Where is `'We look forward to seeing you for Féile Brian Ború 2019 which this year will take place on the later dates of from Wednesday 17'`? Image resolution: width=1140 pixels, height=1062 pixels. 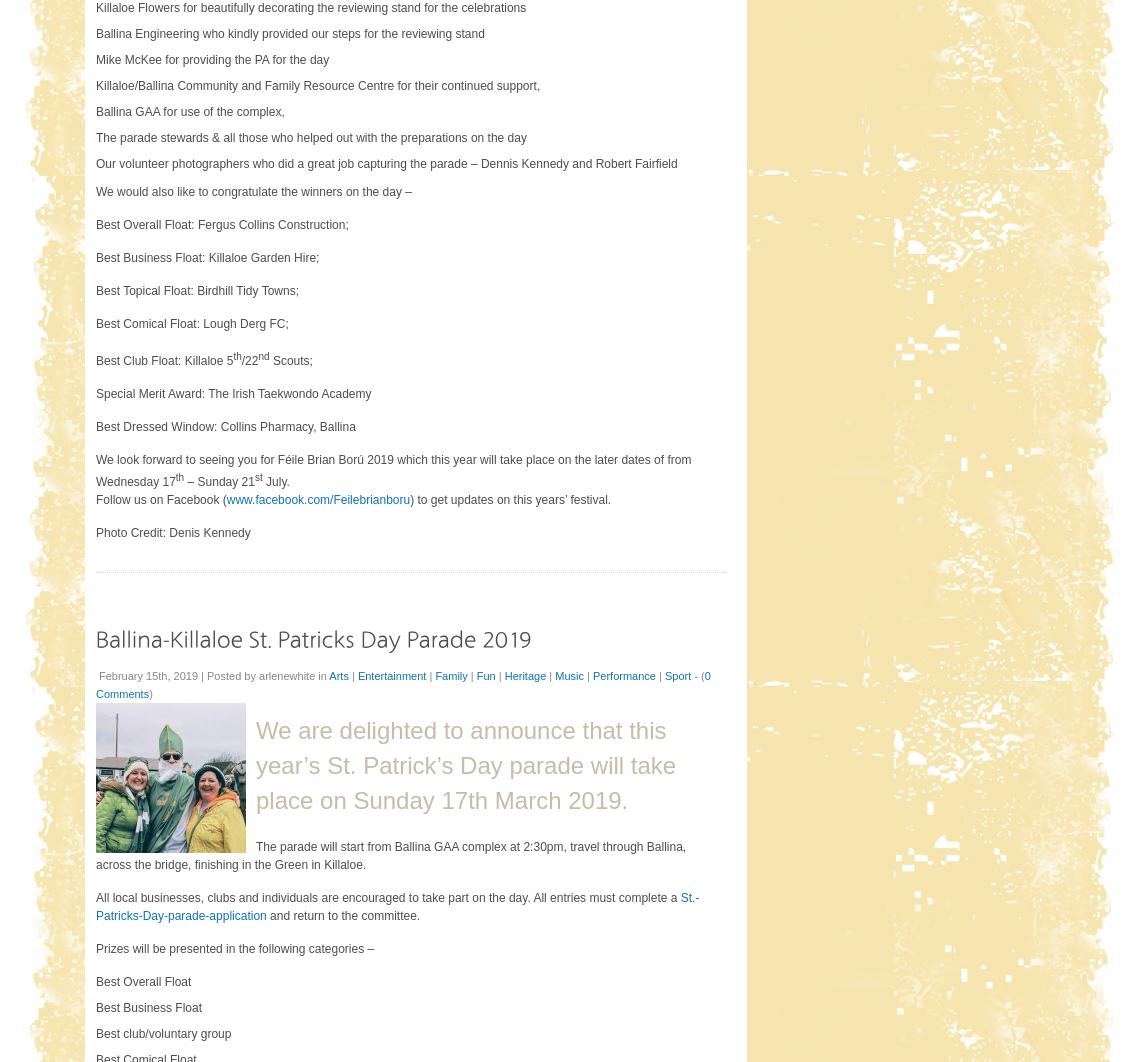 'We look forward to seeing you for Féile Brian Ború 2019 which this year will take place on the later dates of from Wednesday 17' is located at coordinates (392, 469).